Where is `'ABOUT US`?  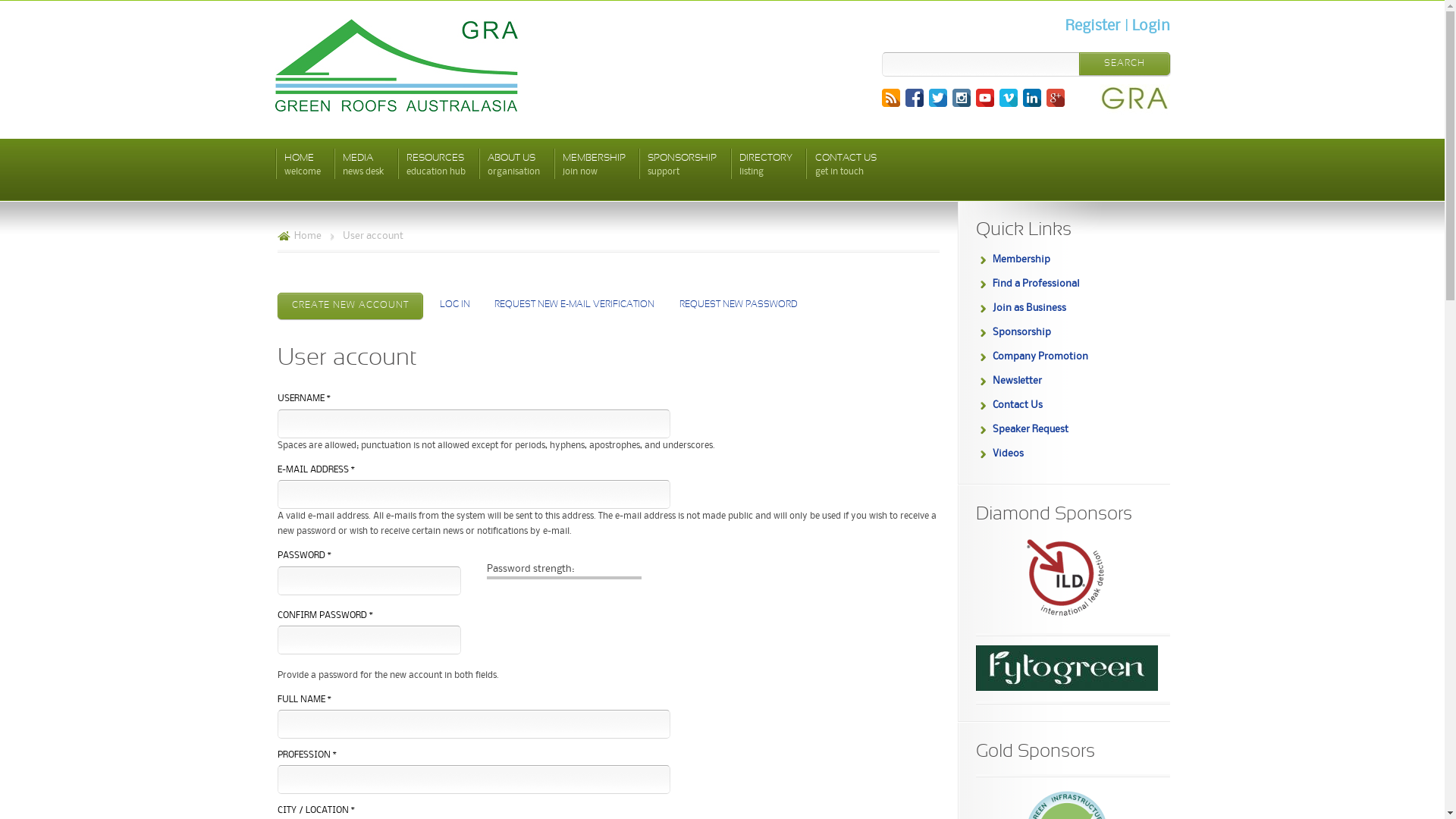
'ABOUT US is located at coordinates (477, 167).